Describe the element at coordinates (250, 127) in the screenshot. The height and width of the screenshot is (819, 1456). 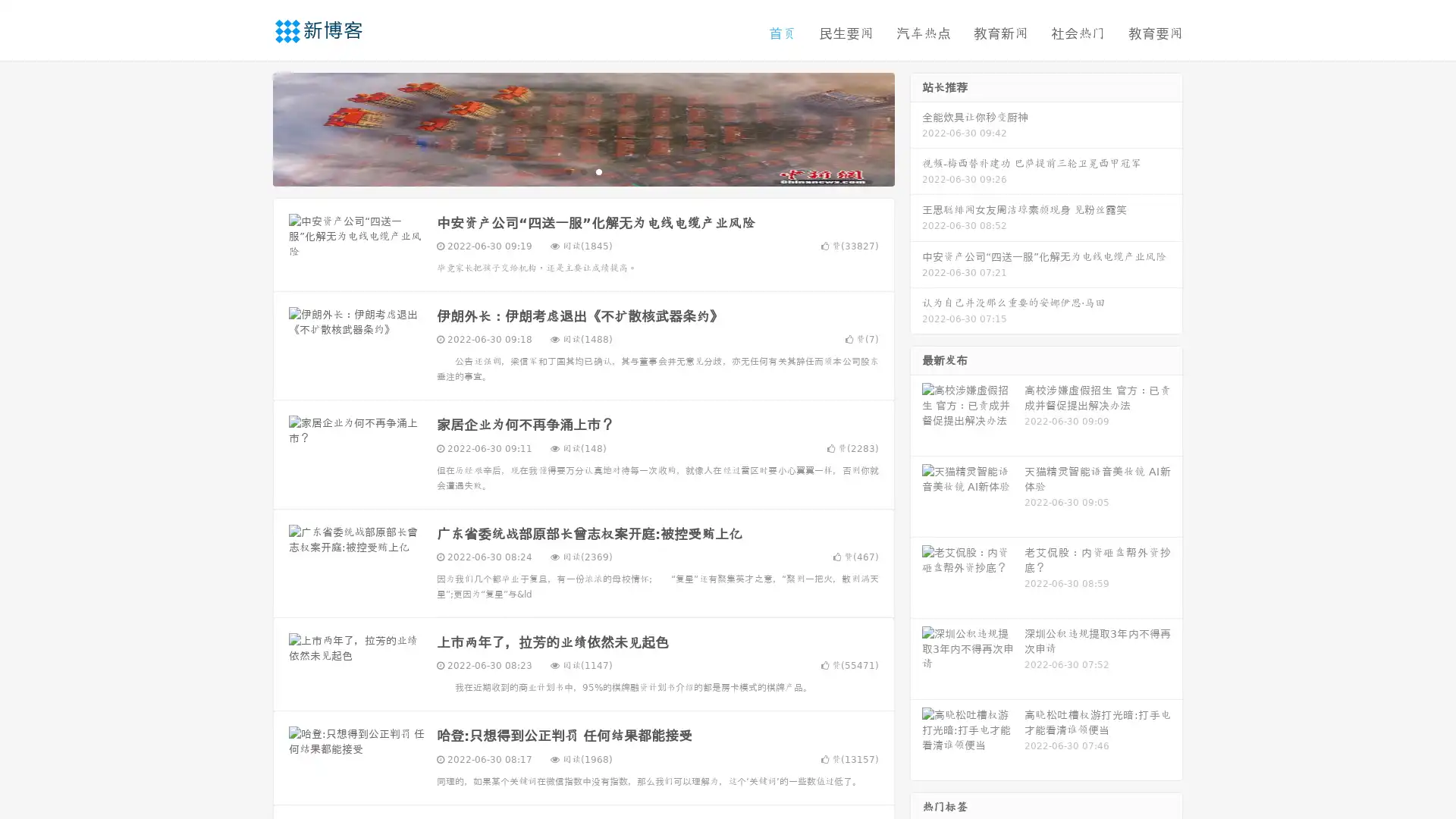
I see `Previous slide` at that location.